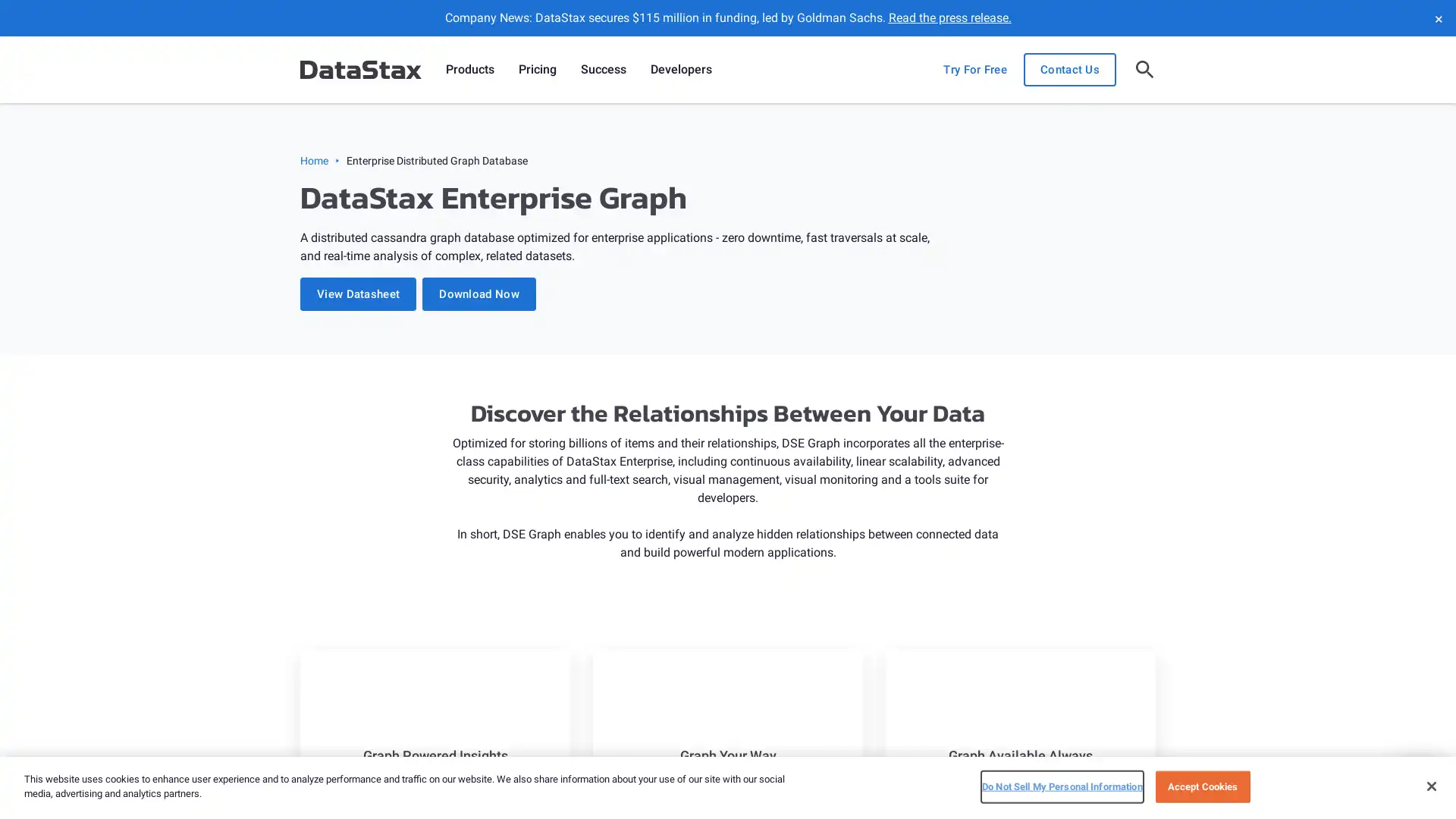 The image size is (1456, 819). Describe the element at coordinates (1417, 780) in the screenshot. I see `Open Intercom Messenger` at that location.